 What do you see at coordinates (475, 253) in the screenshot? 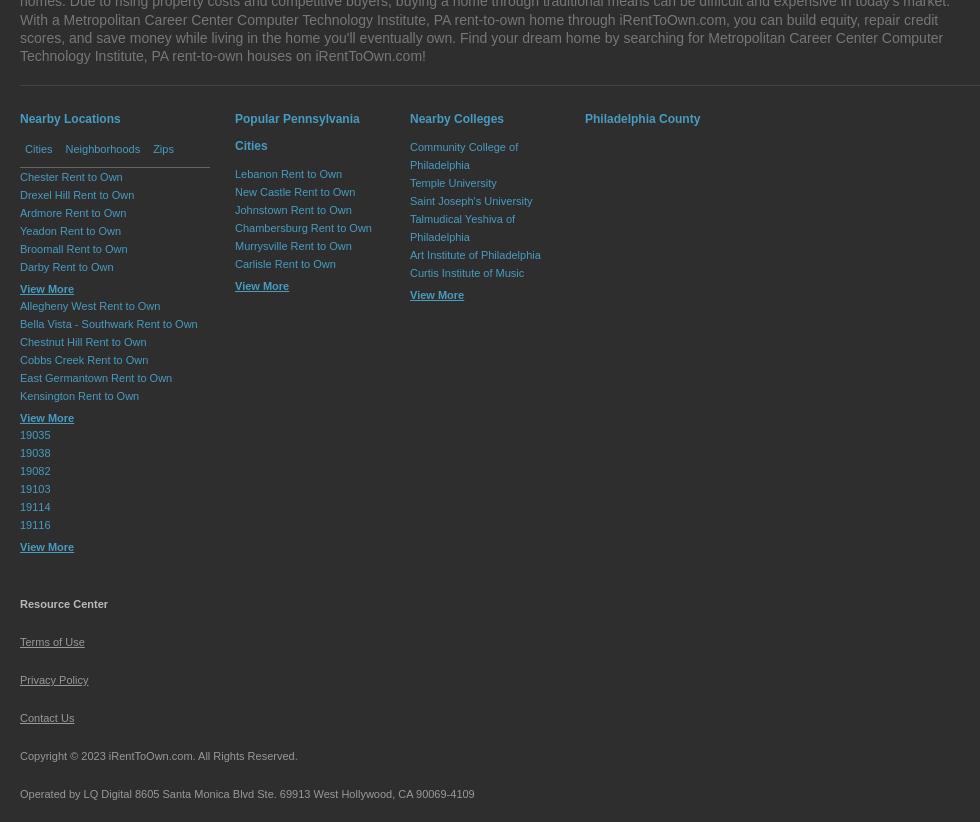
I see `'Art Institute of Philadelphia'` at bounding box center [475, 253].